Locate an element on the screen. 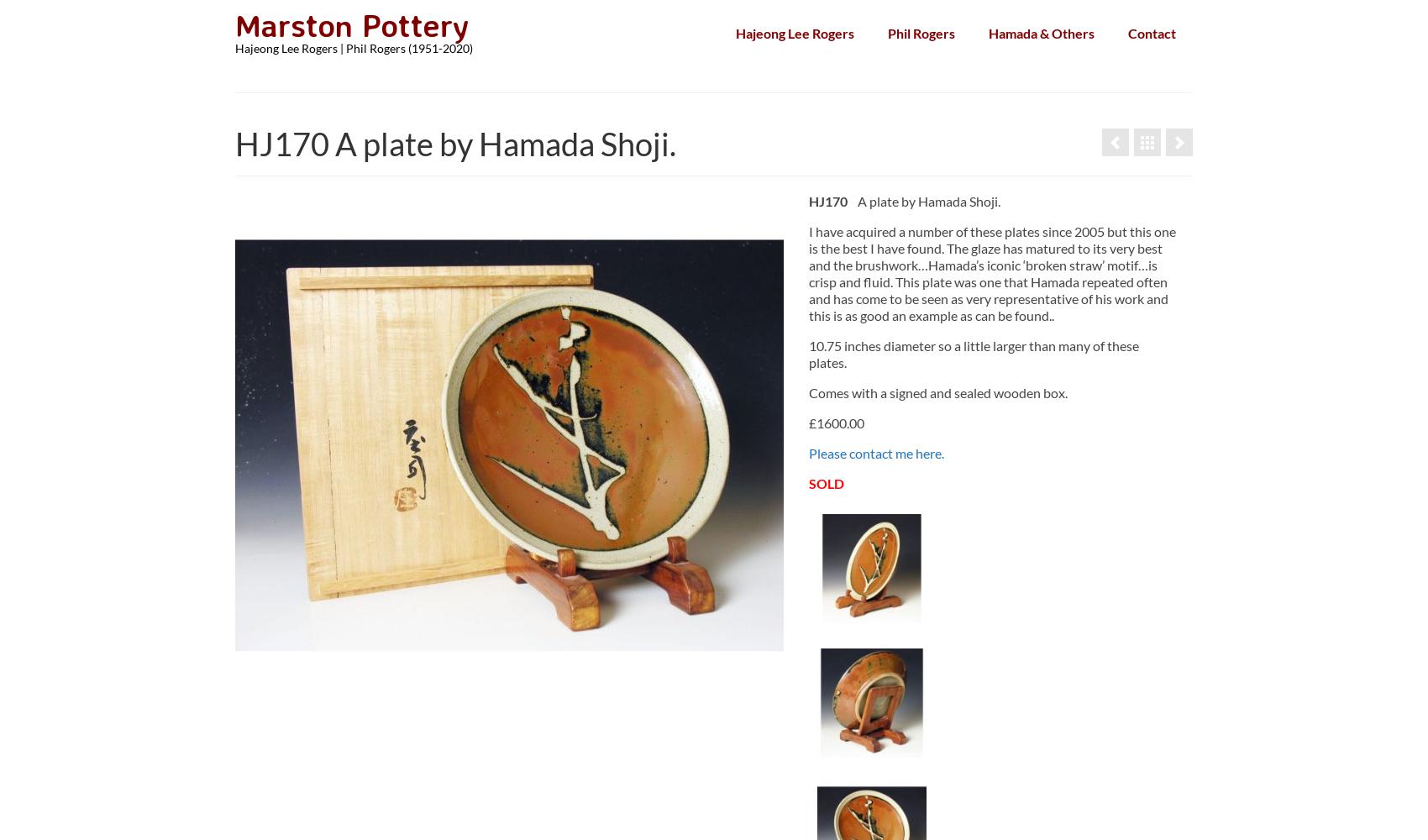 This screenshot has width=1428, height=840. 'SOLD' is located at coordinates (824, 482).